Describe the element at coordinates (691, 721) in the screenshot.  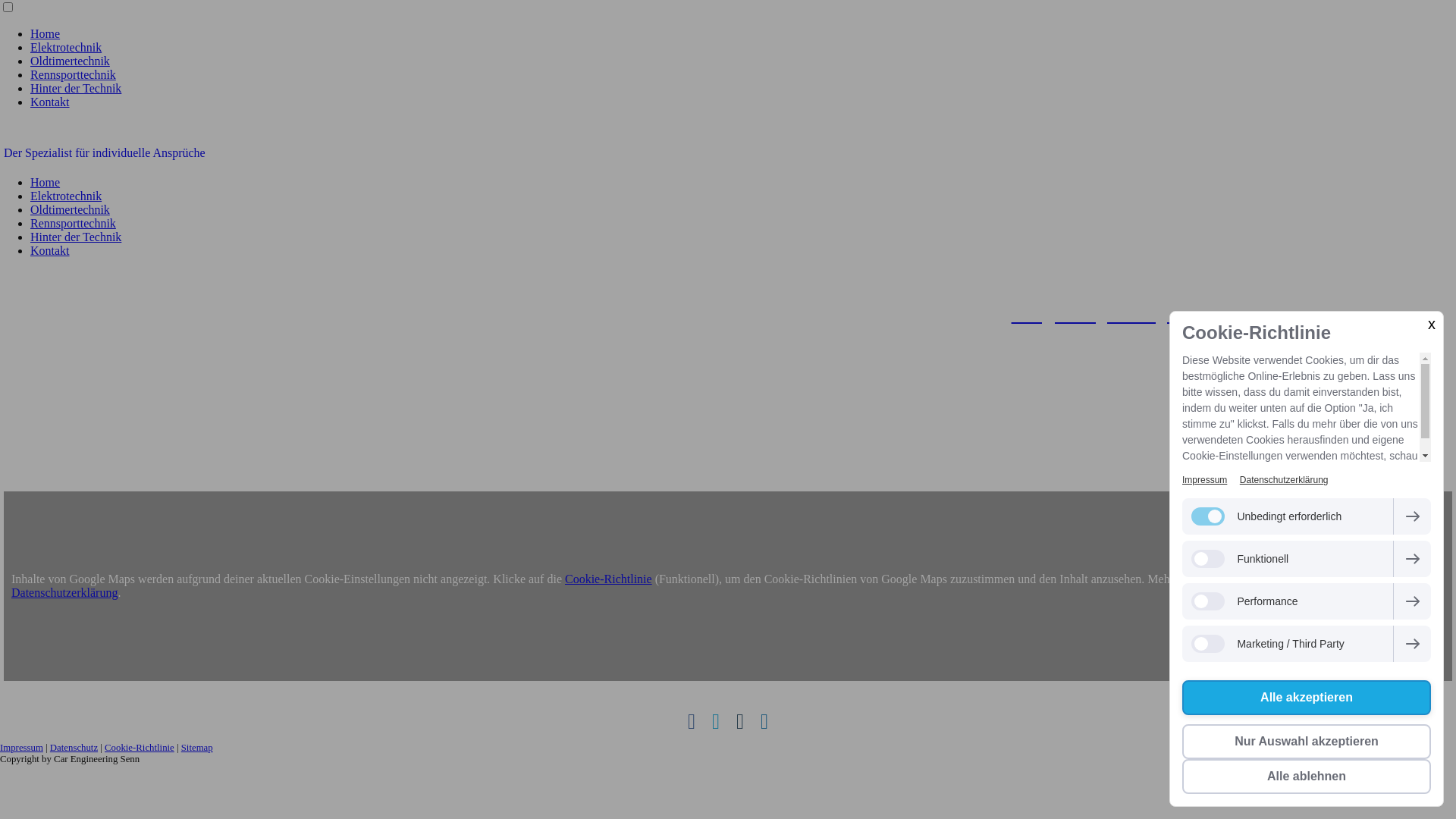
I see `'Facebook'` at that location.